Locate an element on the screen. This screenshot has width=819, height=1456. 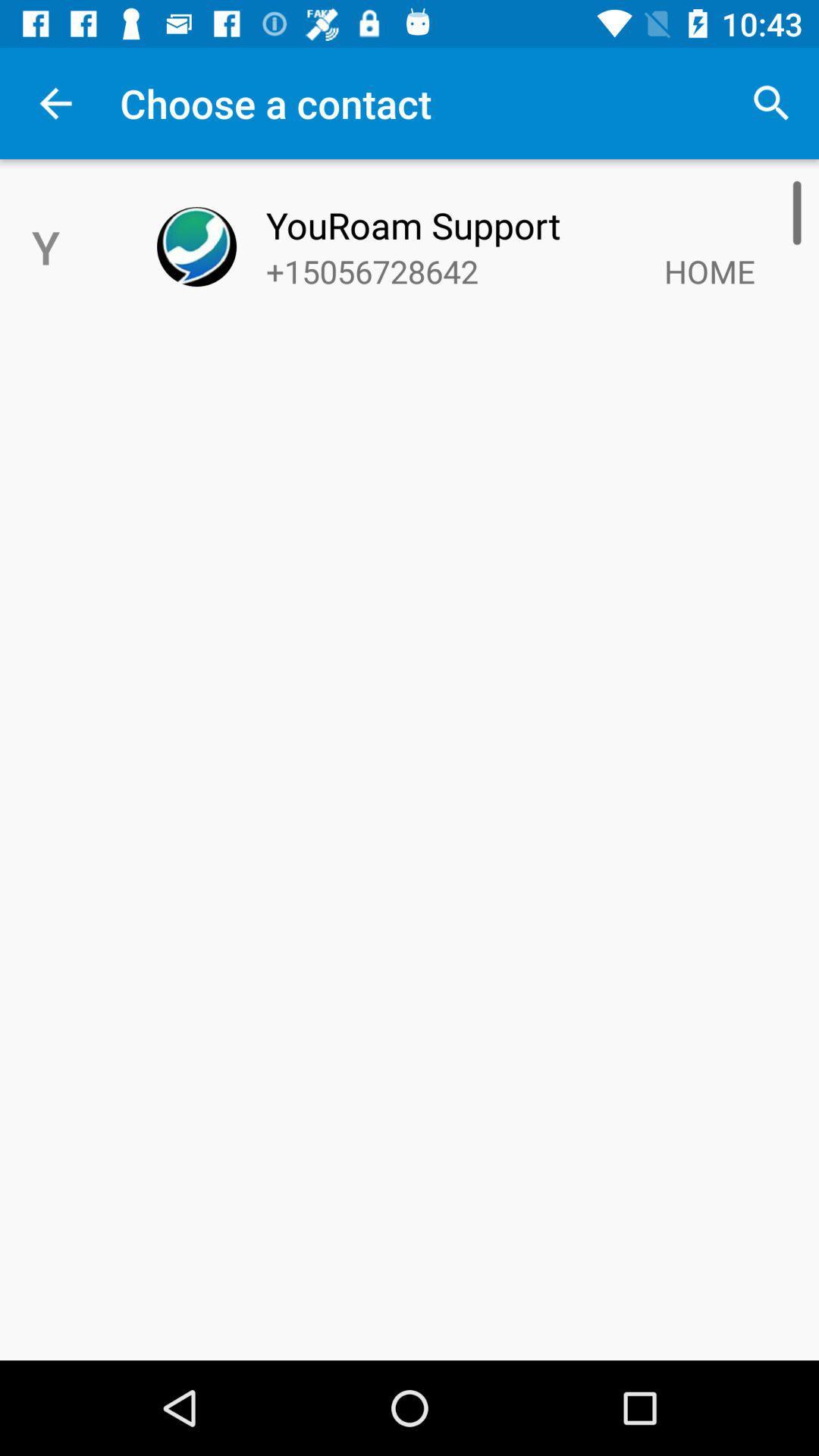
app above y app is located at coordinates (55, 102).